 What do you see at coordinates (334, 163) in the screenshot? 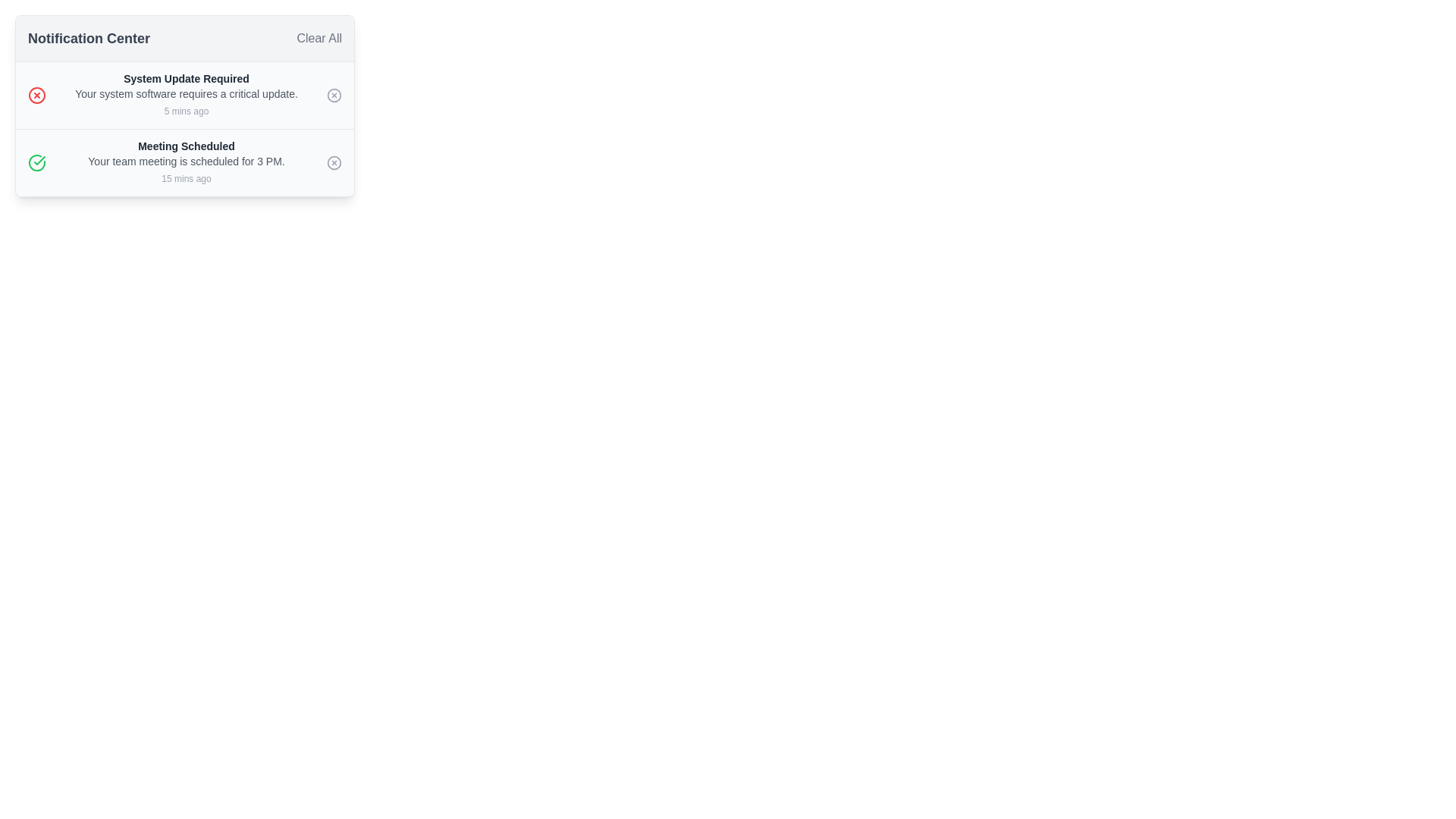
I see `the Circle SVG component that is part of the icon in the second row of notifications, located to the far right of the second notification entry` at bounding box center [334, 163].